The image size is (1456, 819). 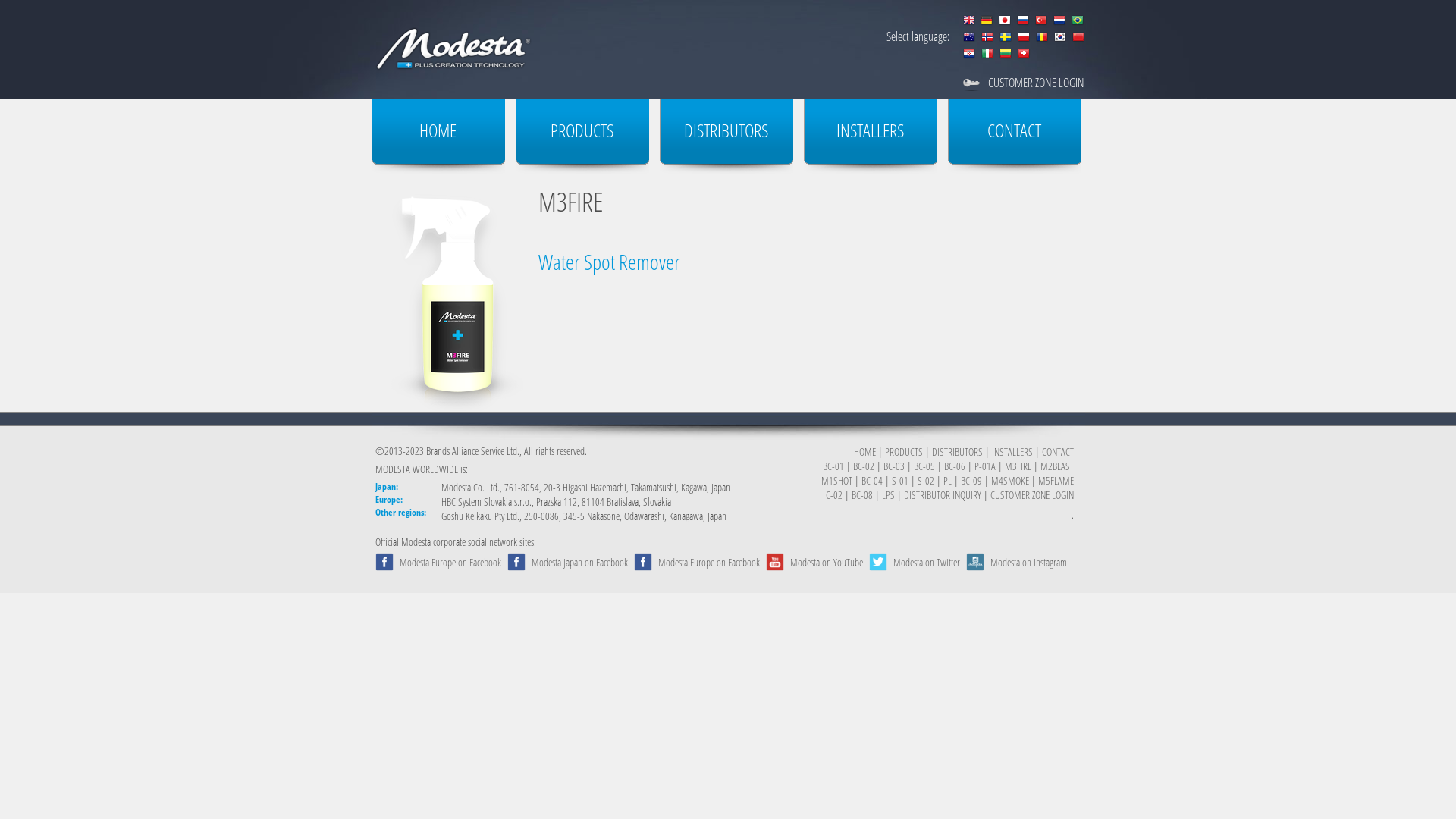 I want to click on 'DISTRIBUTOR INQUIRY', so click(x=903, y=494).